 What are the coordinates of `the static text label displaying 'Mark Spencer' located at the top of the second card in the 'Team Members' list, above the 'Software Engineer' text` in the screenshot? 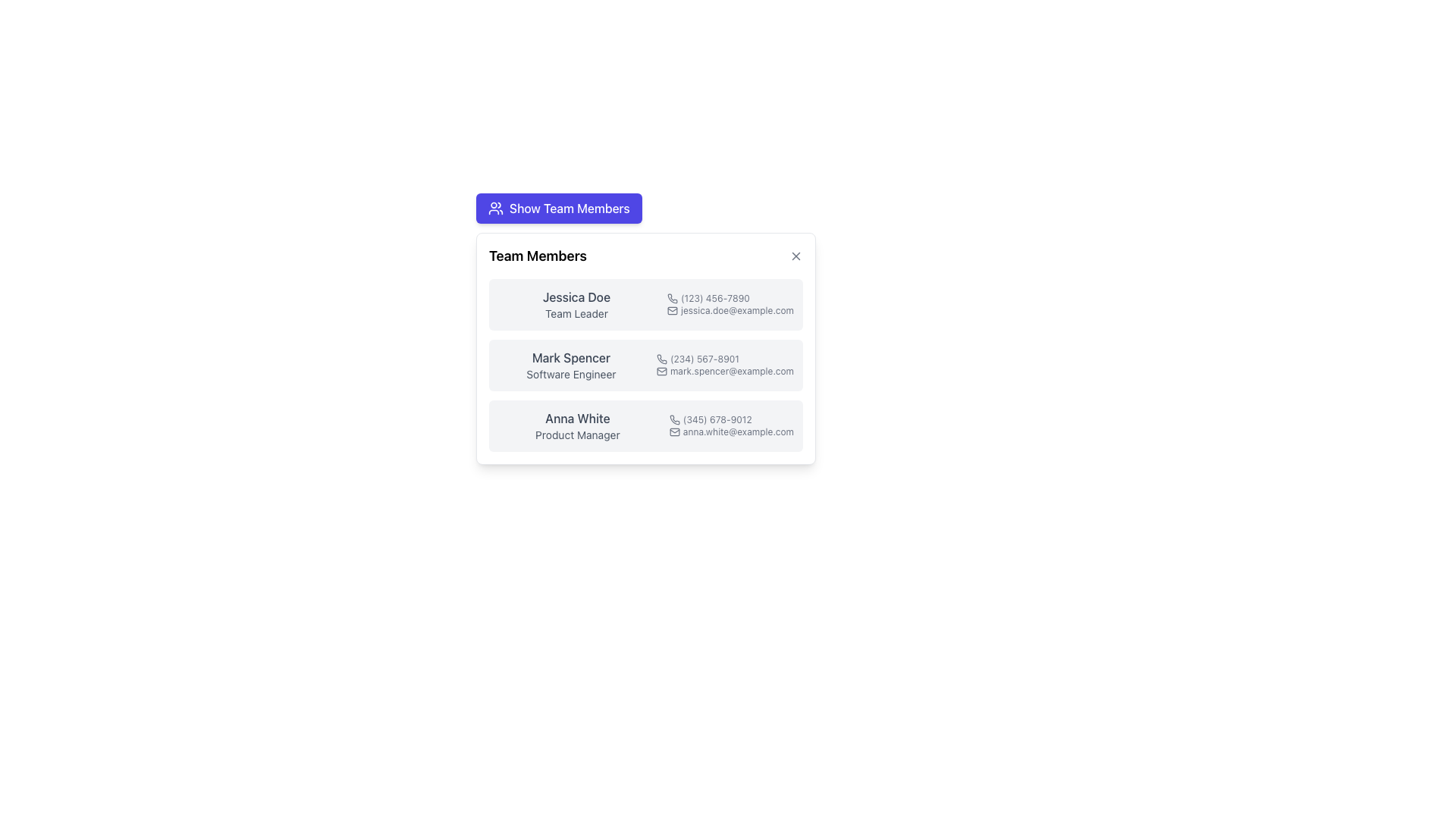 It's located at (570, 357).